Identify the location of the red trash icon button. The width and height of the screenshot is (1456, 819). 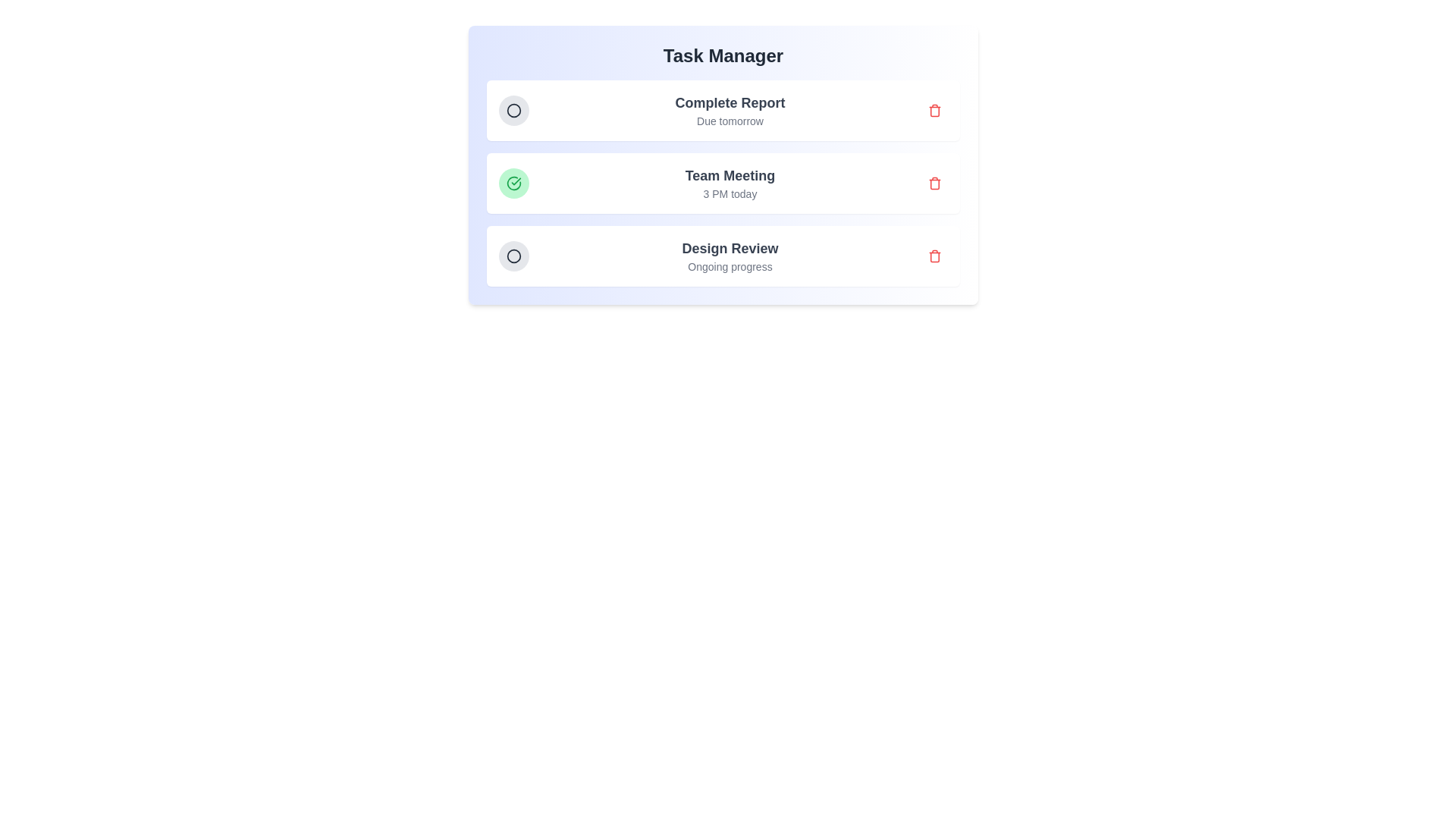
(934, 110).